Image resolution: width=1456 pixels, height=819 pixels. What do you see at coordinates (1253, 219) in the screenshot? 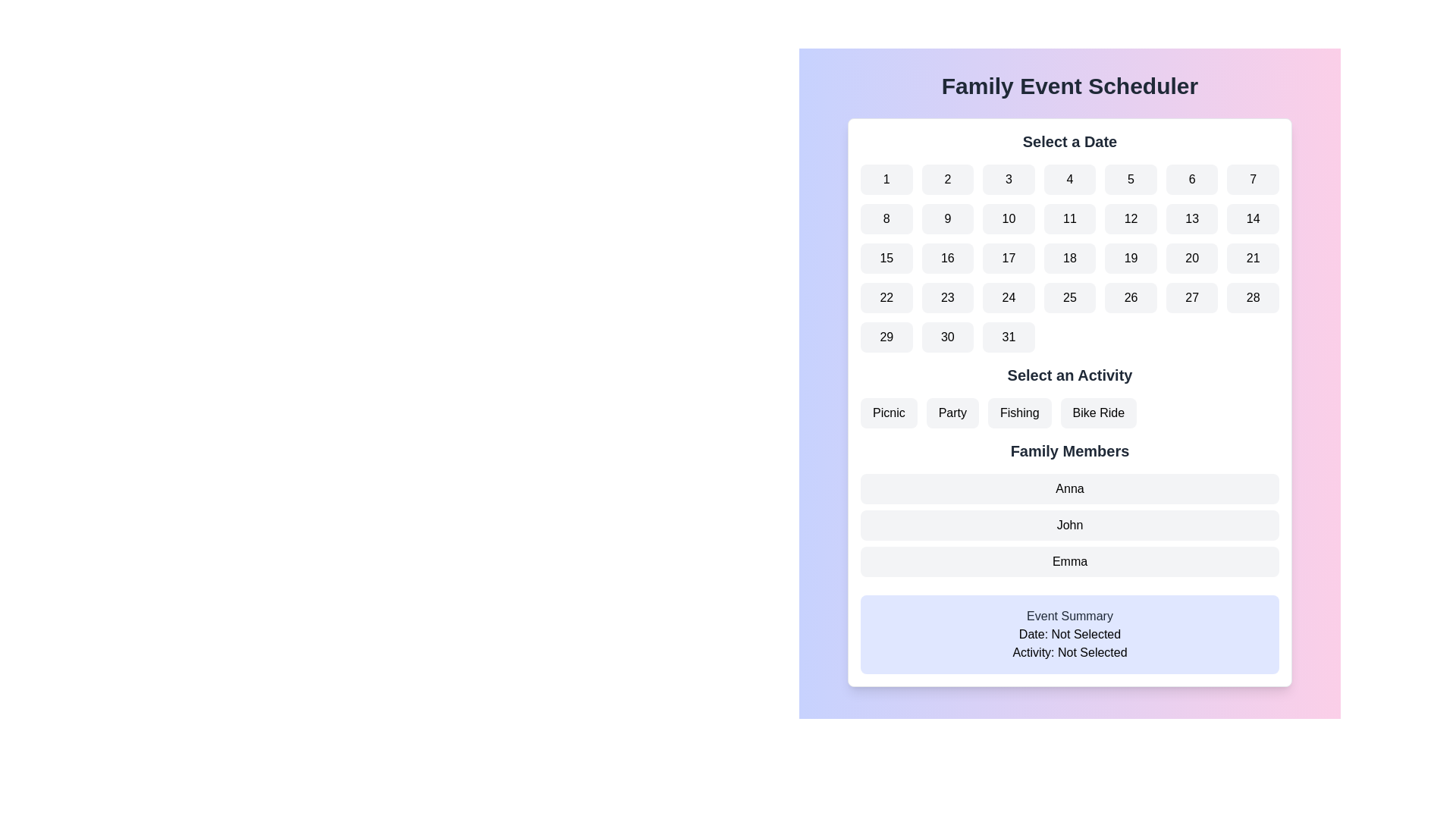
I see `the button displaying the number '14', which is the seventh button in the second row of the grid under the 'Select a Date' header` at bounding box center [1253, 219].